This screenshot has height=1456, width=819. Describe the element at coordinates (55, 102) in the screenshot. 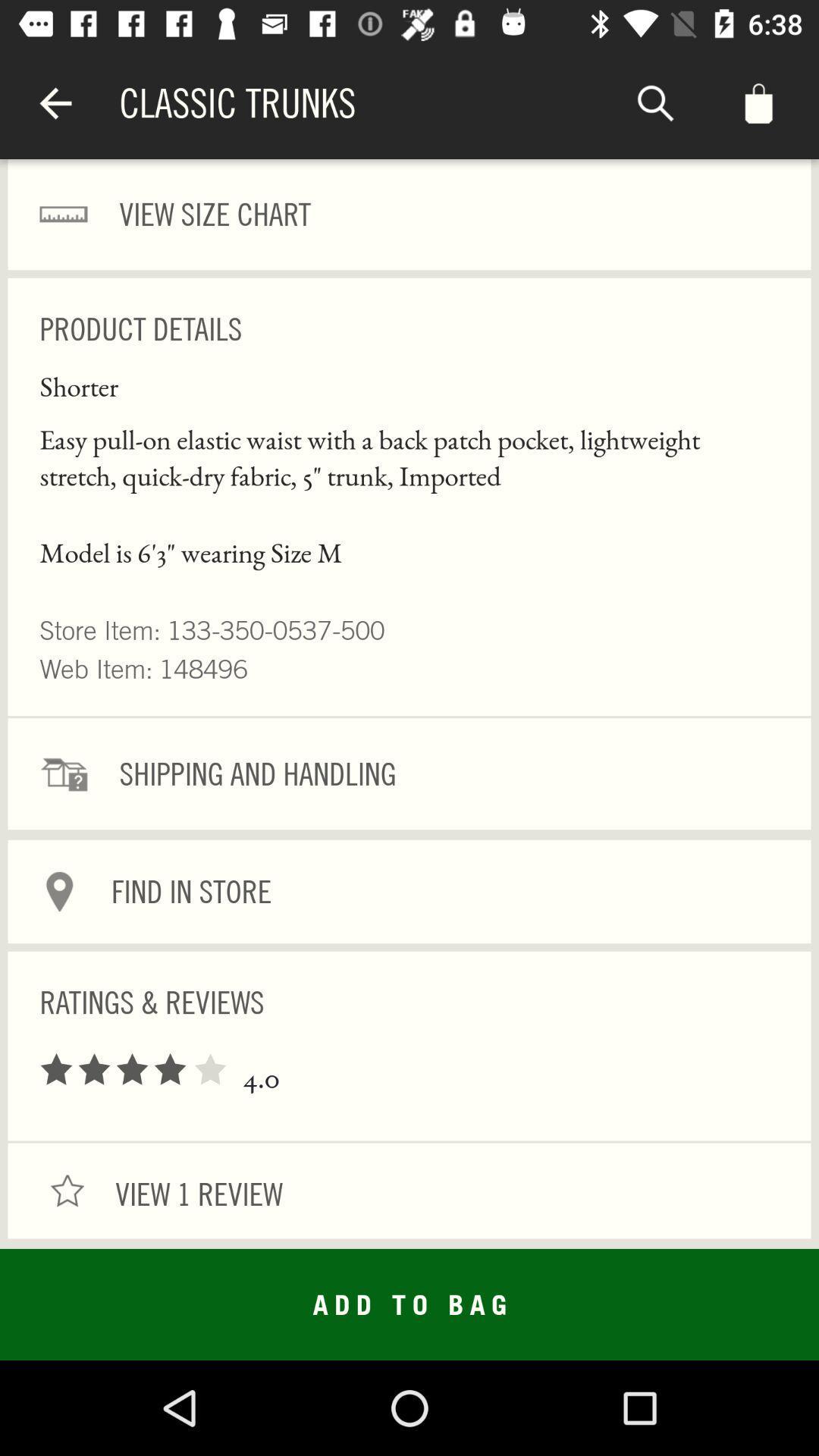

I see `icon above view size chart item` at that location.